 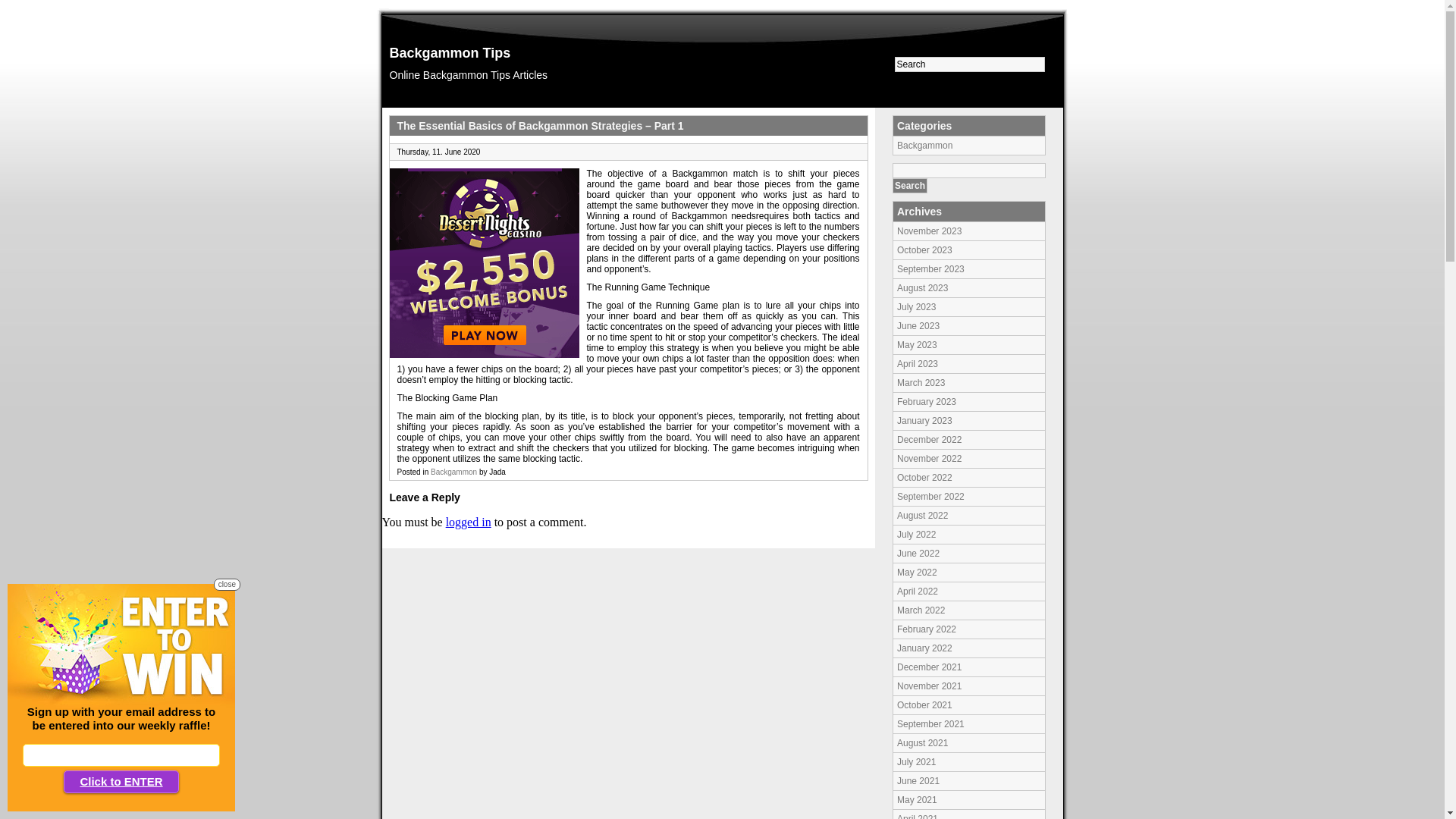 I want to click on 'Backgammon Tips', so click(x=450, y=52).